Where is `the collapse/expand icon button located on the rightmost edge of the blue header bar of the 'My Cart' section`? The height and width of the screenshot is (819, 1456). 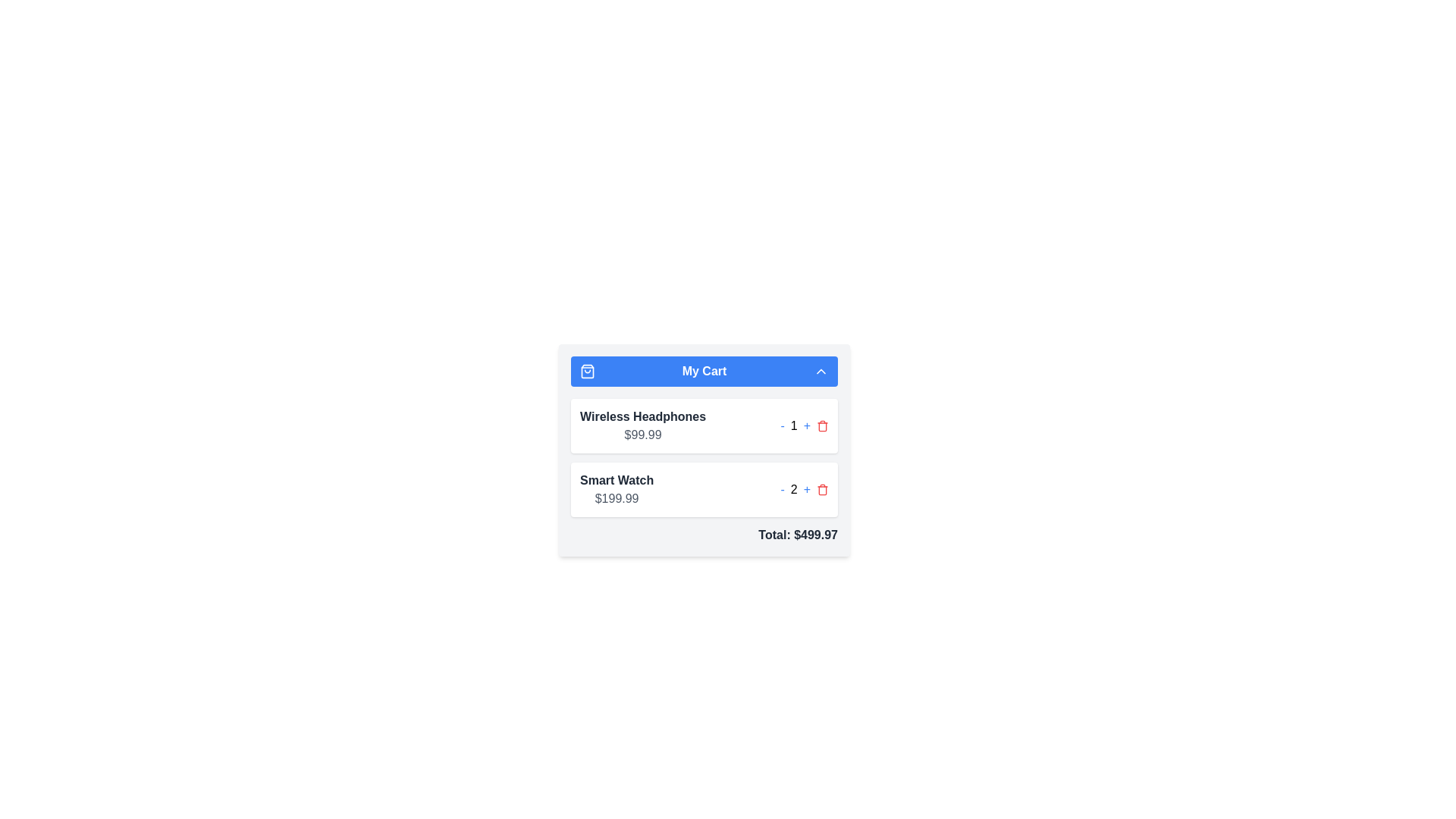 the collapse/expand icon button located on the rightmost edge of the blue header bar of the 'My Cart' section is located at coordinates (821, 371).